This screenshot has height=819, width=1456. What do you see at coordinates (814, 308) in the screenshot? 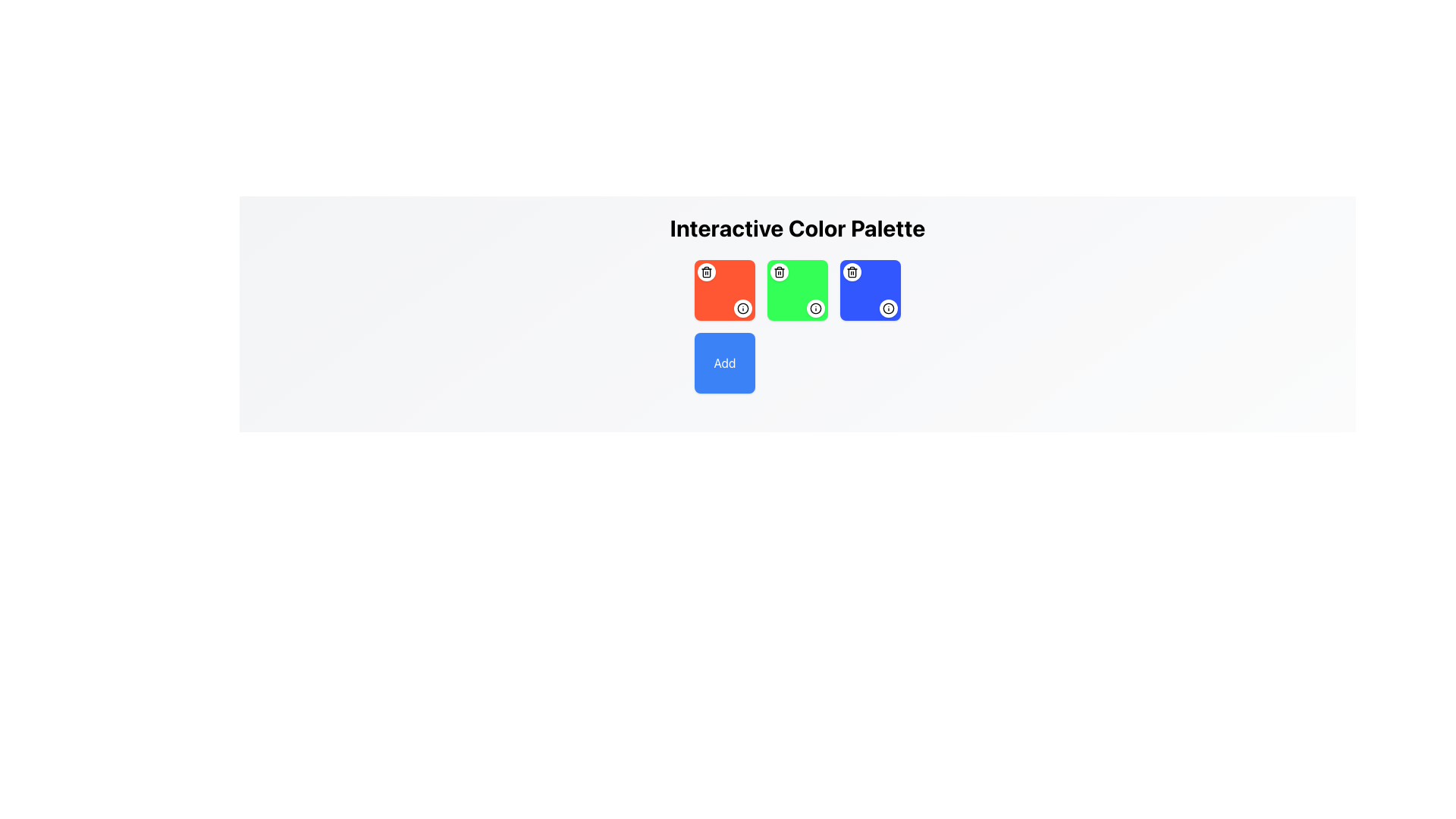
I see `the informational icon located in the bottom-right corner of the green square in the second row of colored squares` at bounding box center [814, 308].